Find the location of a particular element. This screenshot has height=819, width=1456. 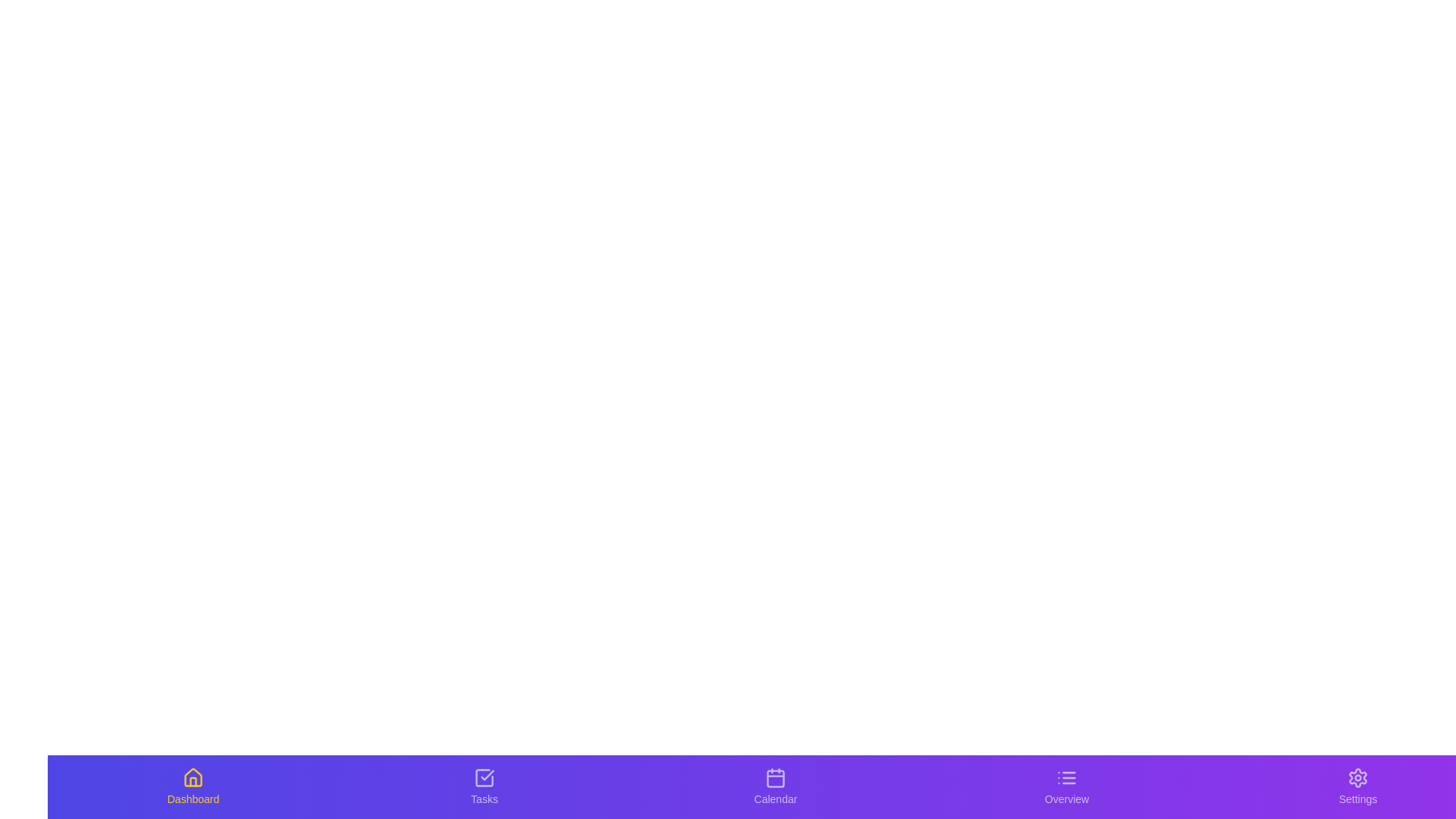

the tab labeled Tasks is located at coordinates (483, 786).